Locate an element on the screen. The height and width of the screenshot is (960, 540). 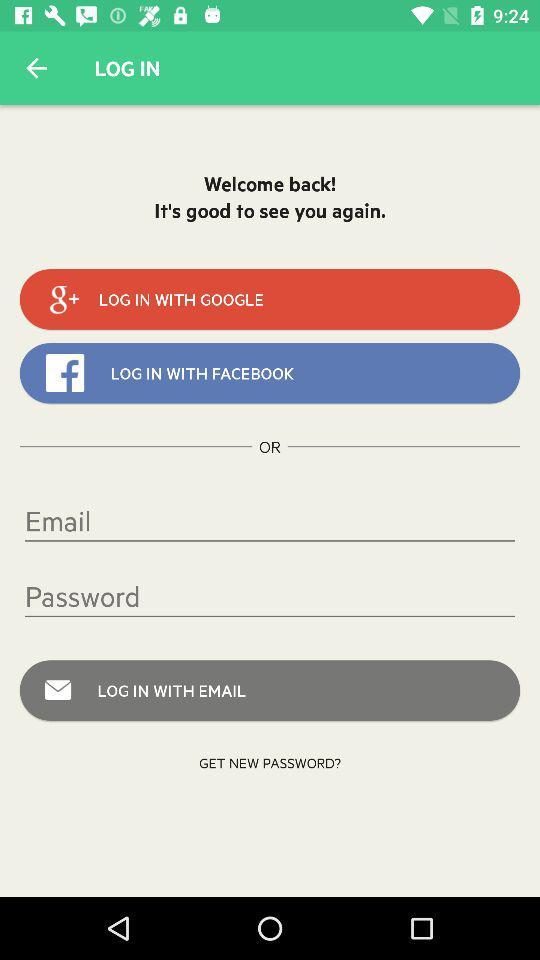
the icon above log in with icon is located at coordinates (270, 596).